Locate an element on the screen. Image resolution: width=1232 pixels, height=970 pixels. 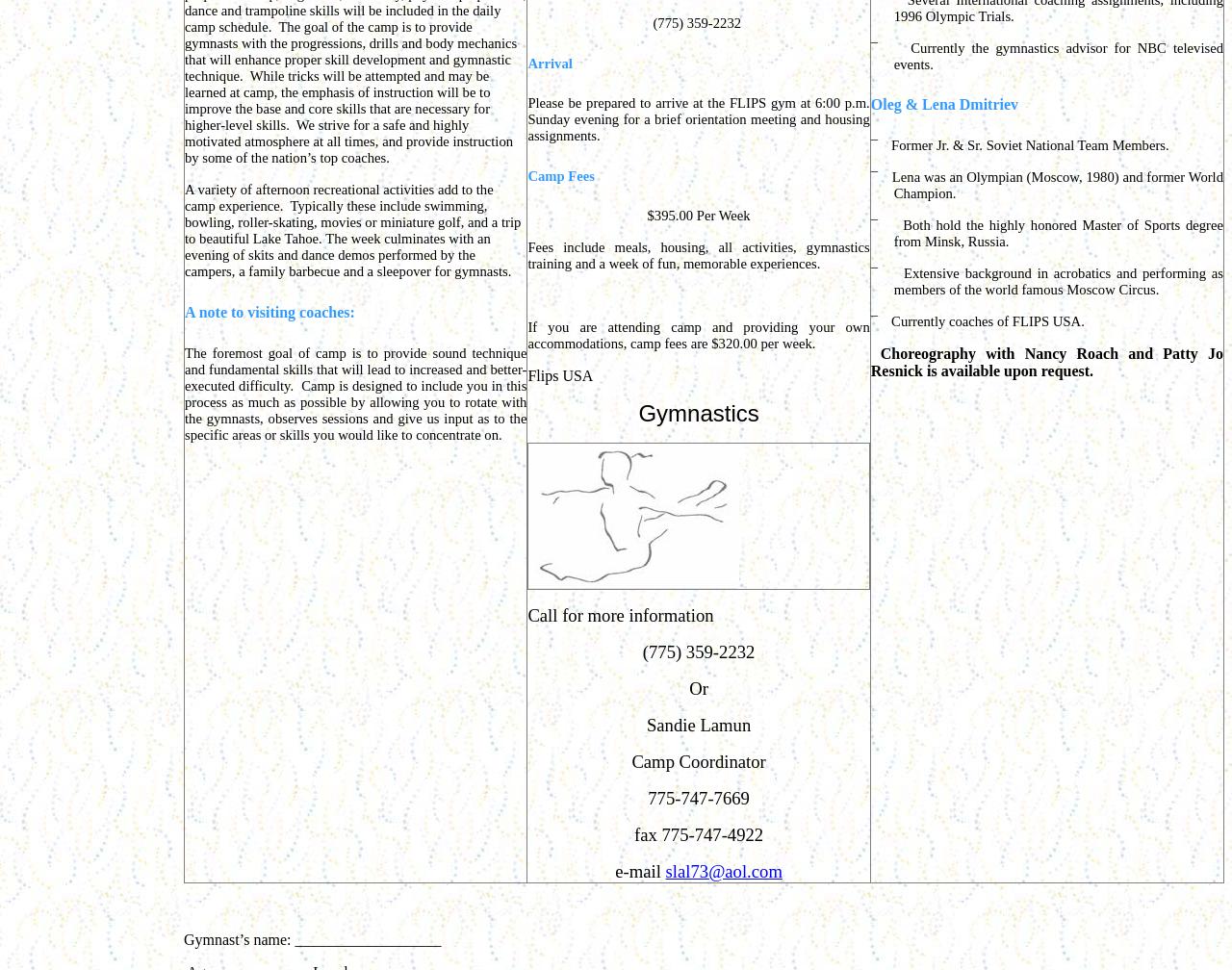
'Oleg & Lena Dmitriev' is located at coordinates (943, 104).